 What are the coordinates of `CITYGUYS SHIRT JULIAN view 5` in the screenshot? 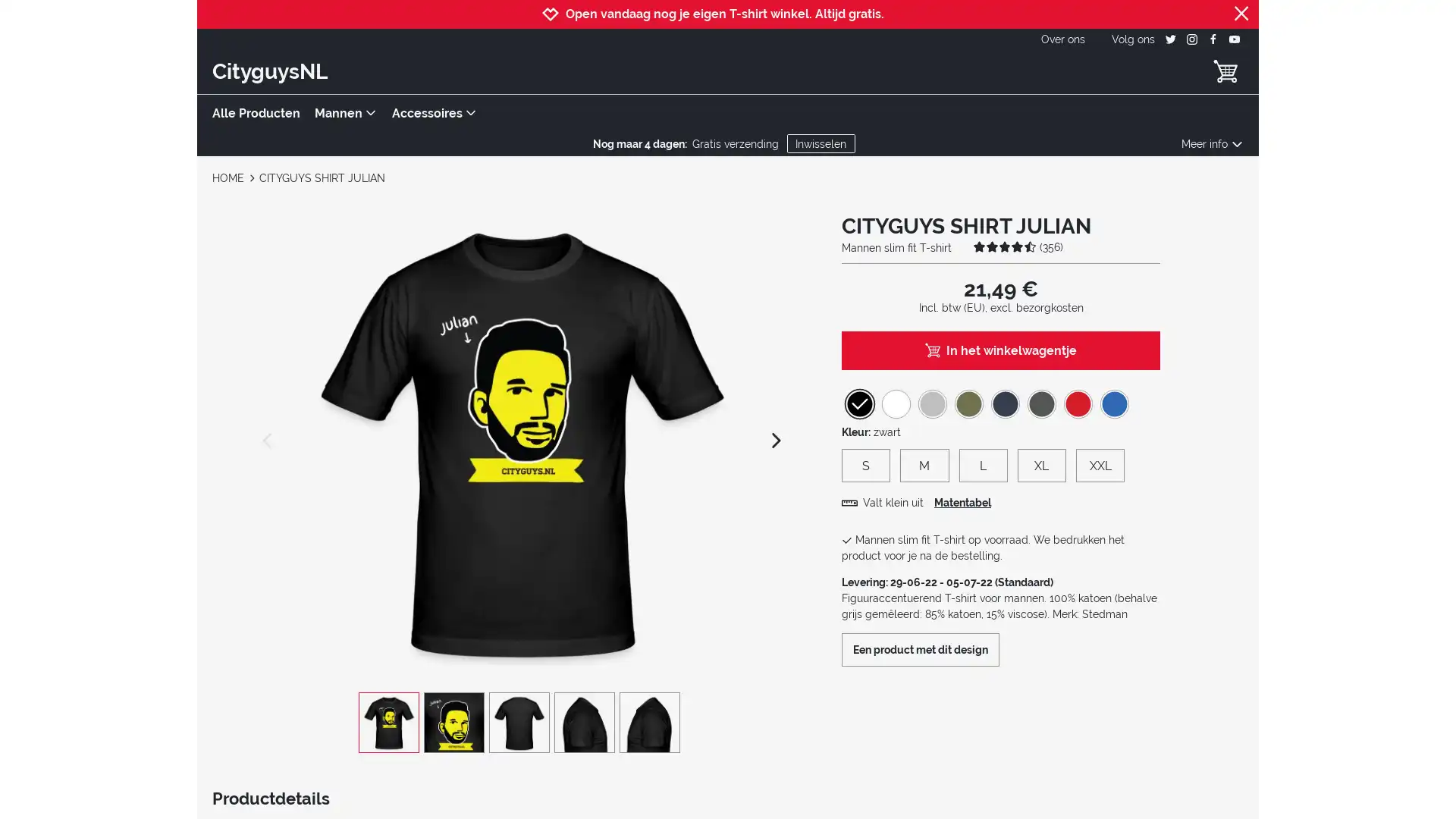 It's located at (650, 721).